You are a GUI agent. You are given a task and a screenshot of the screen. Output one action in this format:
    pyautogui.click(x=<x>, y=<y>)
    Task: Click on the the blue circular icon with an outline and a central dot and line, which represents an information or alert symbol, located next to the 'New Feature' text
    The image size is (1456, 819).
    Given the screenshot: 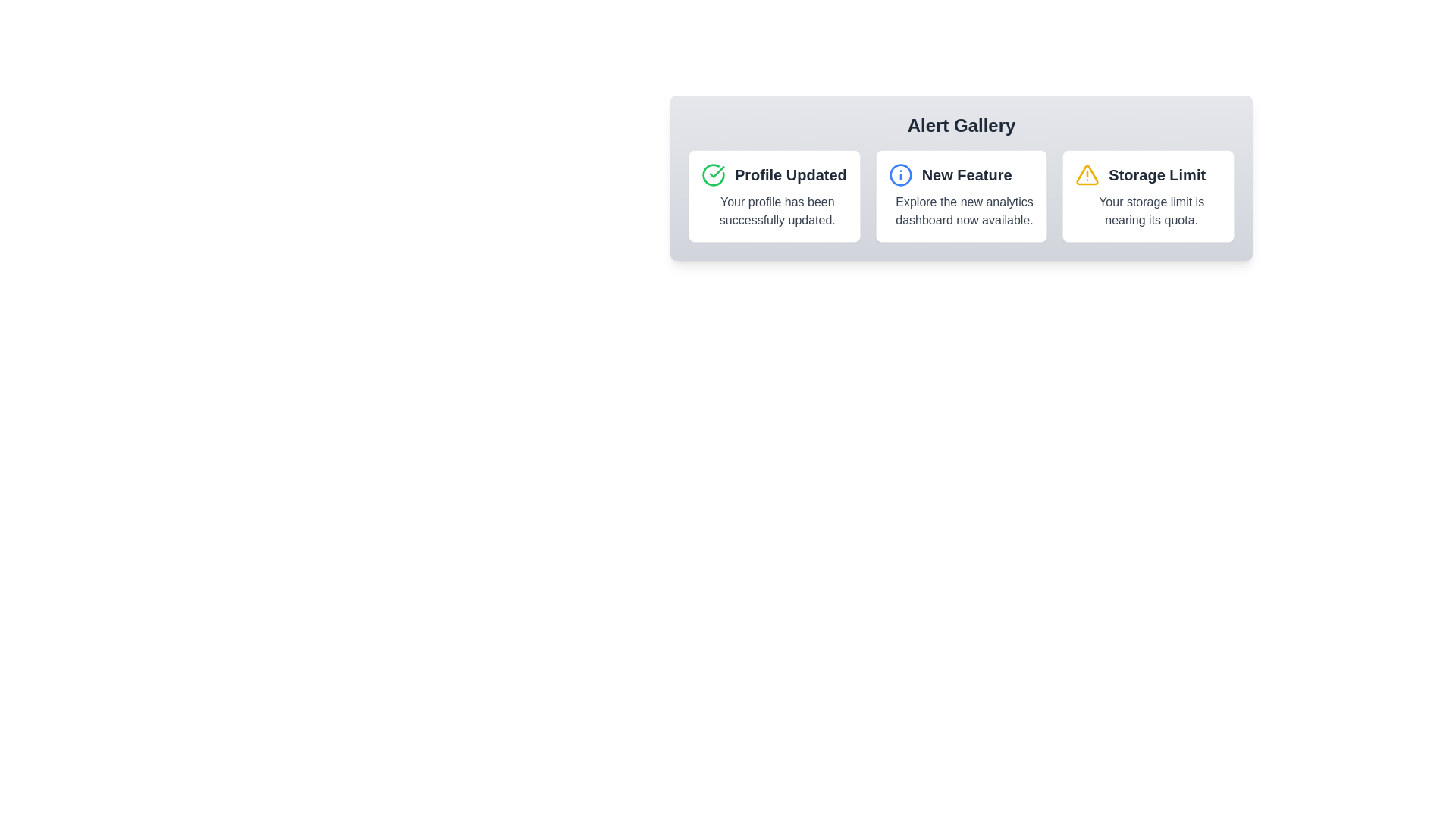 What is the action you would take?
    pyautogui.click(x=900, y=174)
    